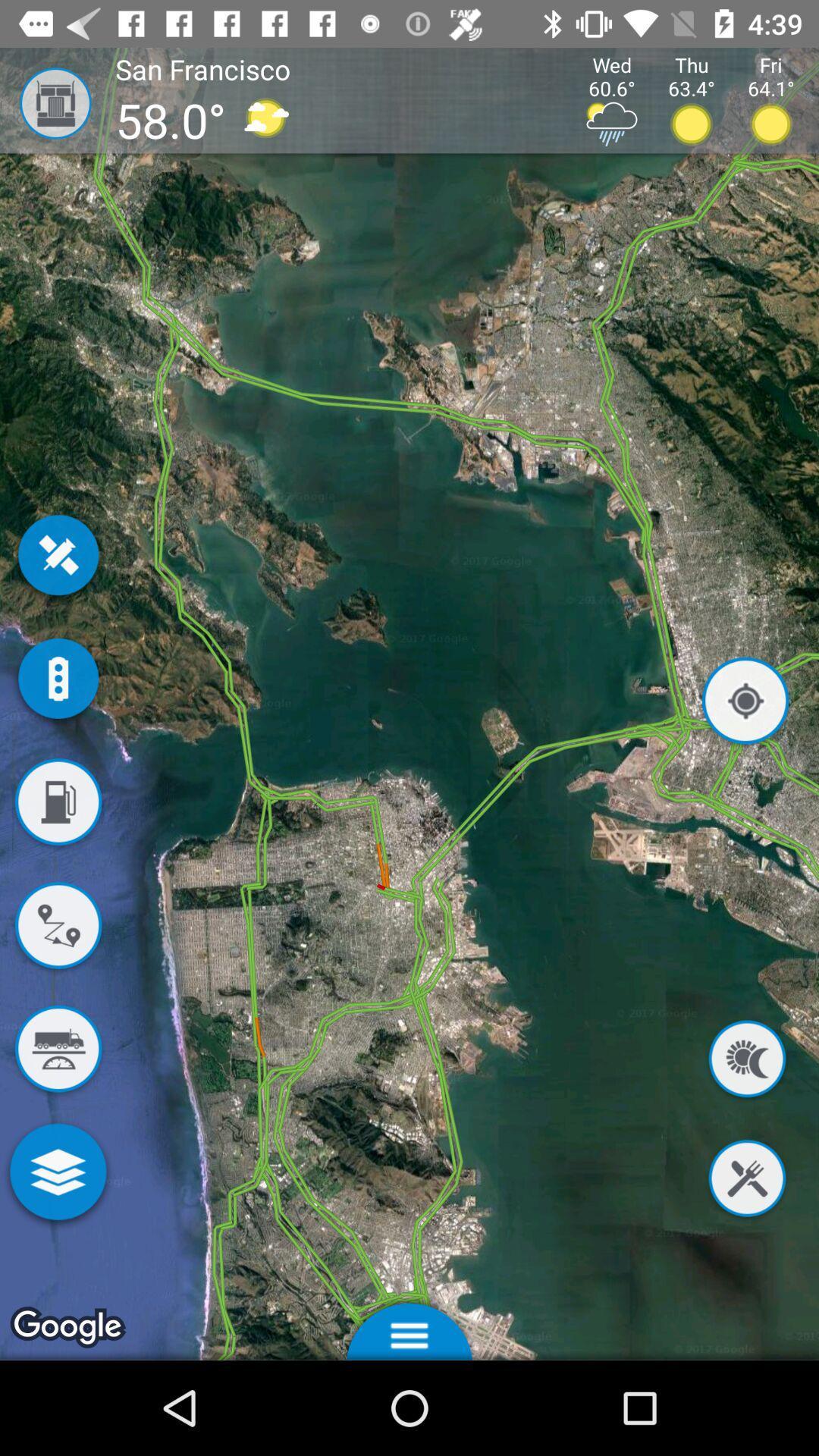 This screenshot has height=1456, width=819. What do you see at coordinates (746, 1061) in the screenshot?
I see `day/night mode` at bounding box center [746, 1061].